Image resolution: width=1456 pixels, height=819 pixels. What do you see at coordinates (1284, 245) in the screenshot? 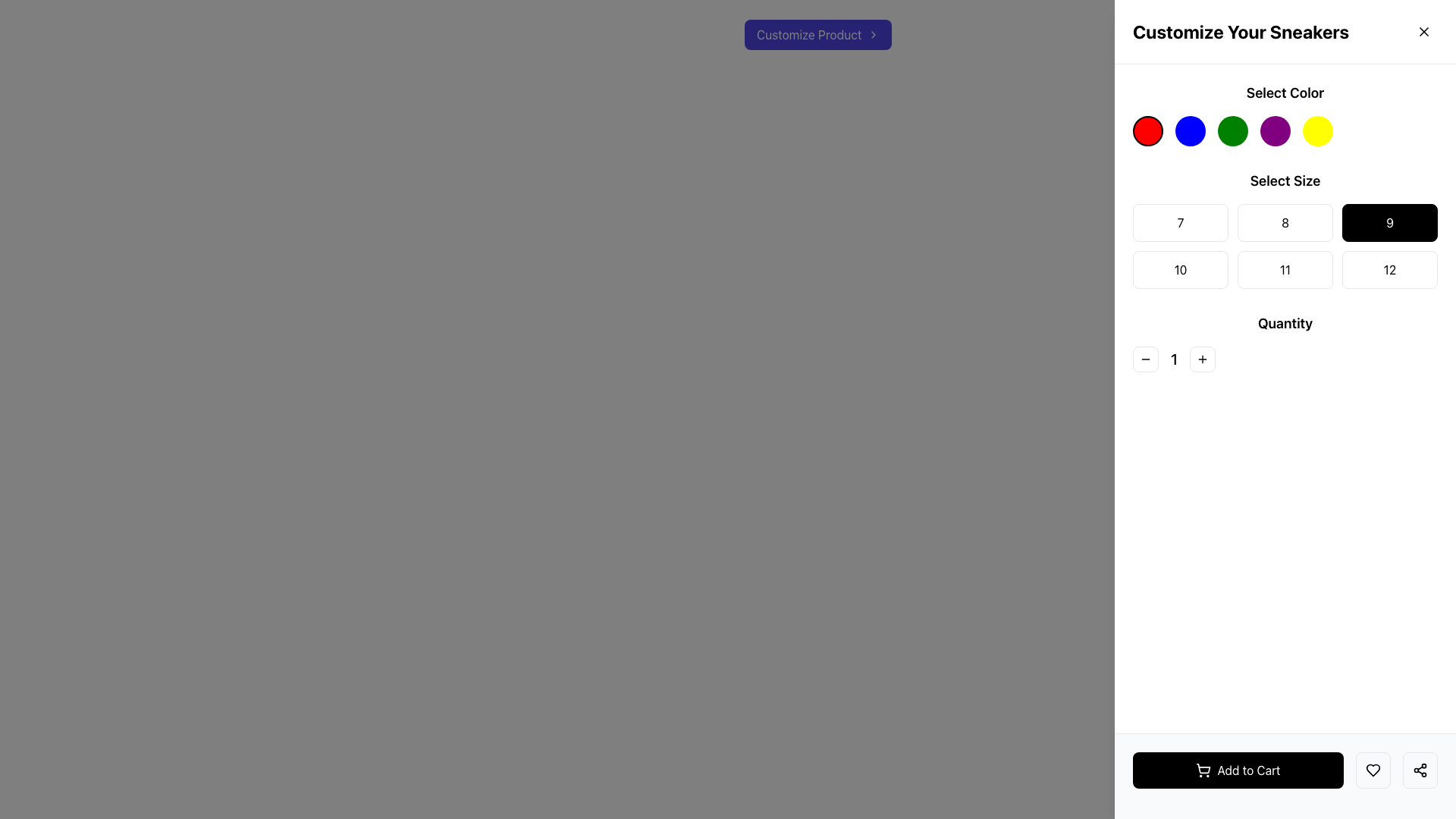
I see `the grid of selectable buttons labeled with numbers 7 through 12` at bounding box center [1284, 245].